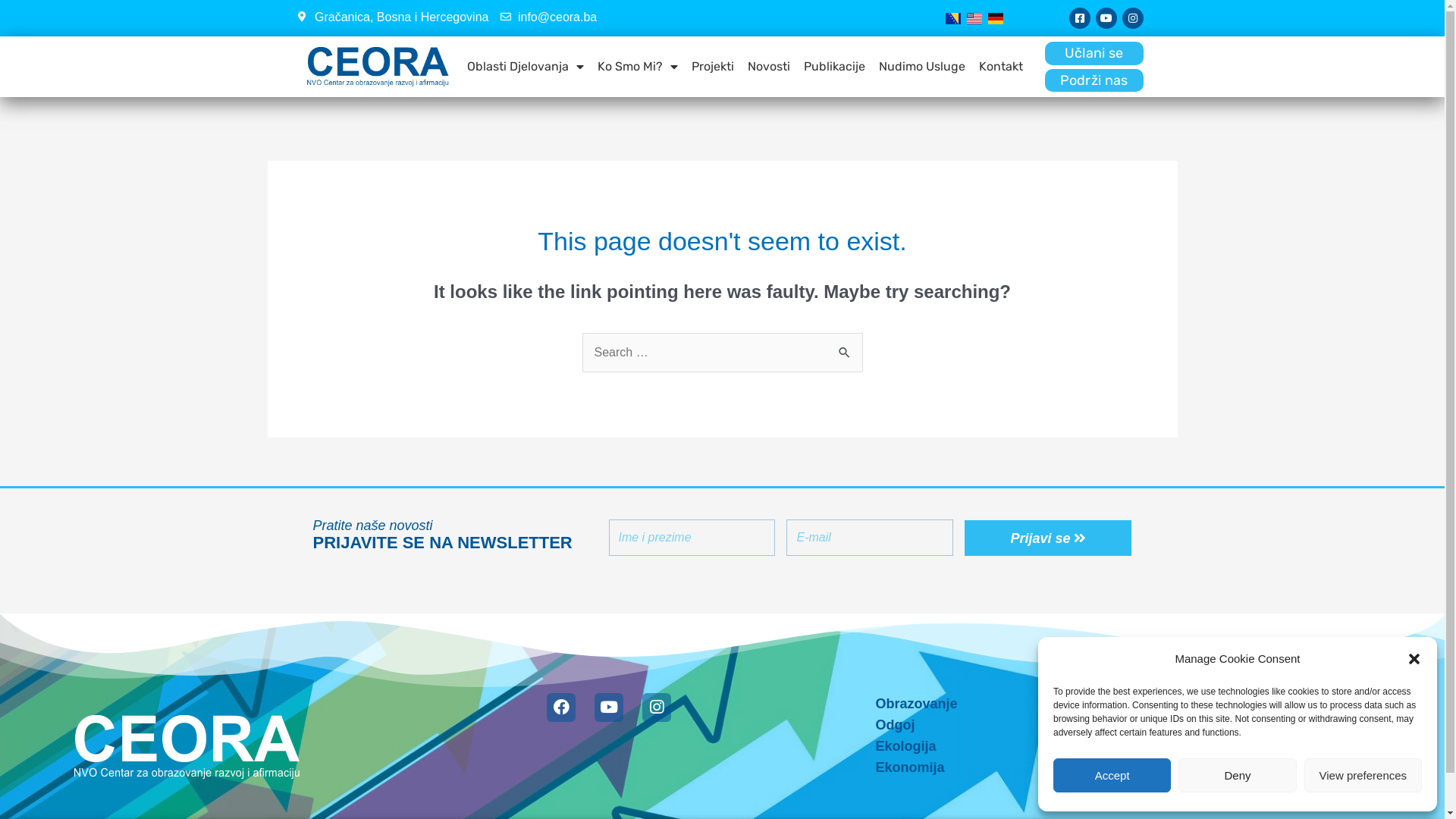  What do you see at coordinates (1237, 775) in the screenshot?
I see `'Deny'` at bounding box center [1237, 775].